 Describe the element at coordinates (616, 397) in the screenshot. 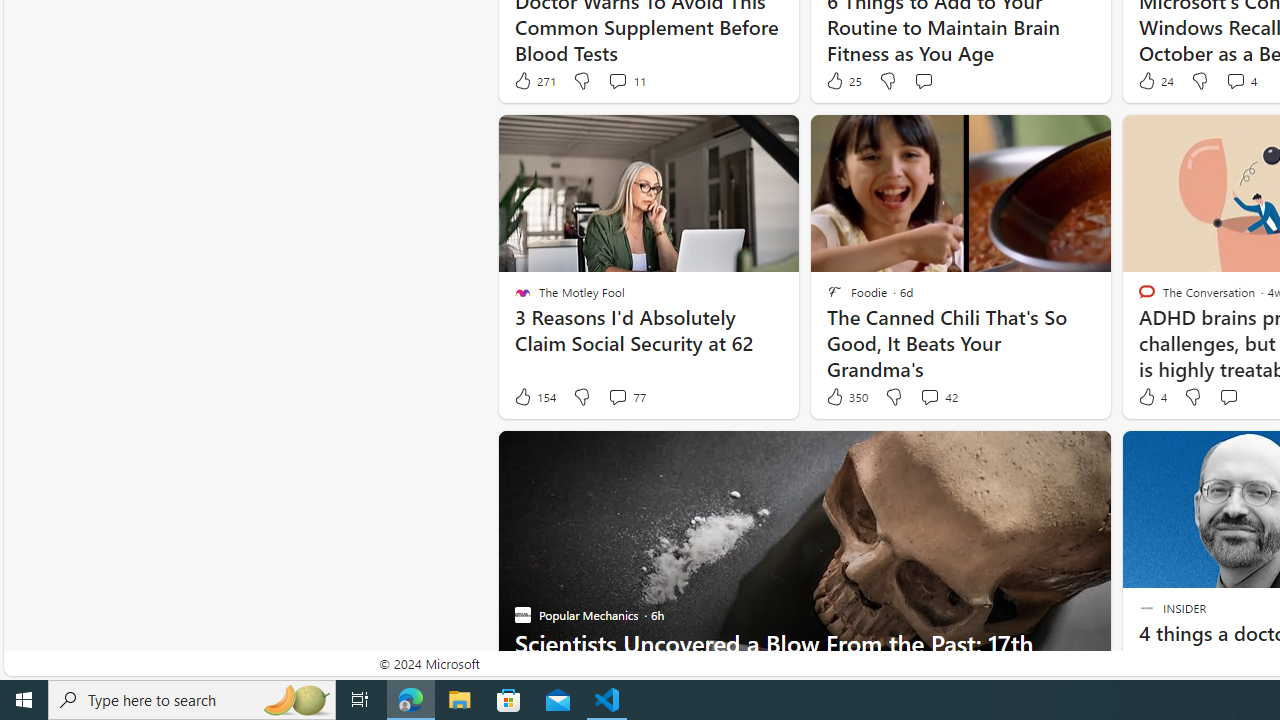

I see `'View comments 77 Comment'` at that location.